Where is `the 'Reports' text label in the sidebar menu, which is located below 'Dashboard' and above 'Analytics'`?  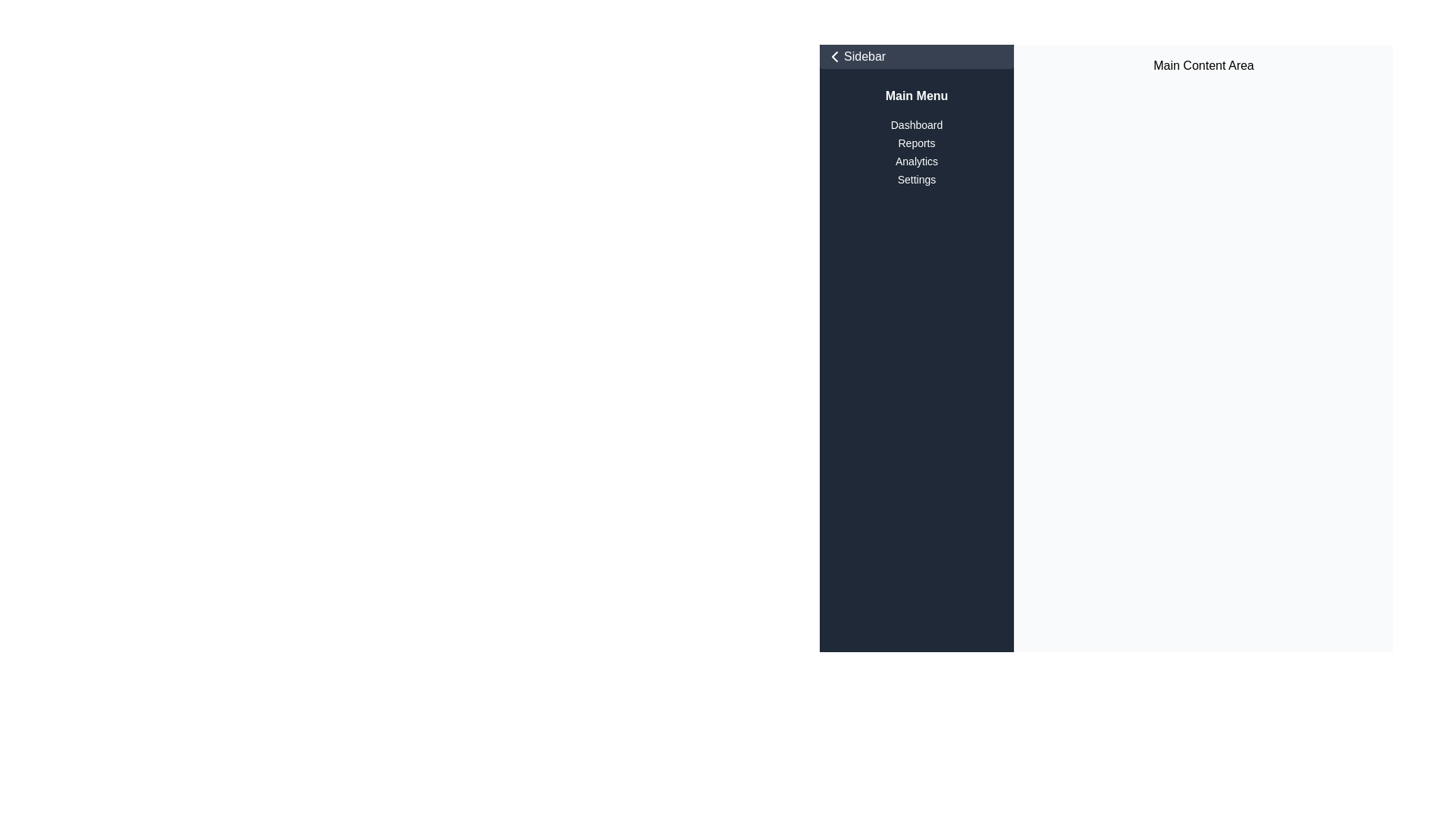 the 'Reports' text label in the sidebar menu, which is located below 'Dashboard' and above 'Analytics' is located at coordinates (916, 143).